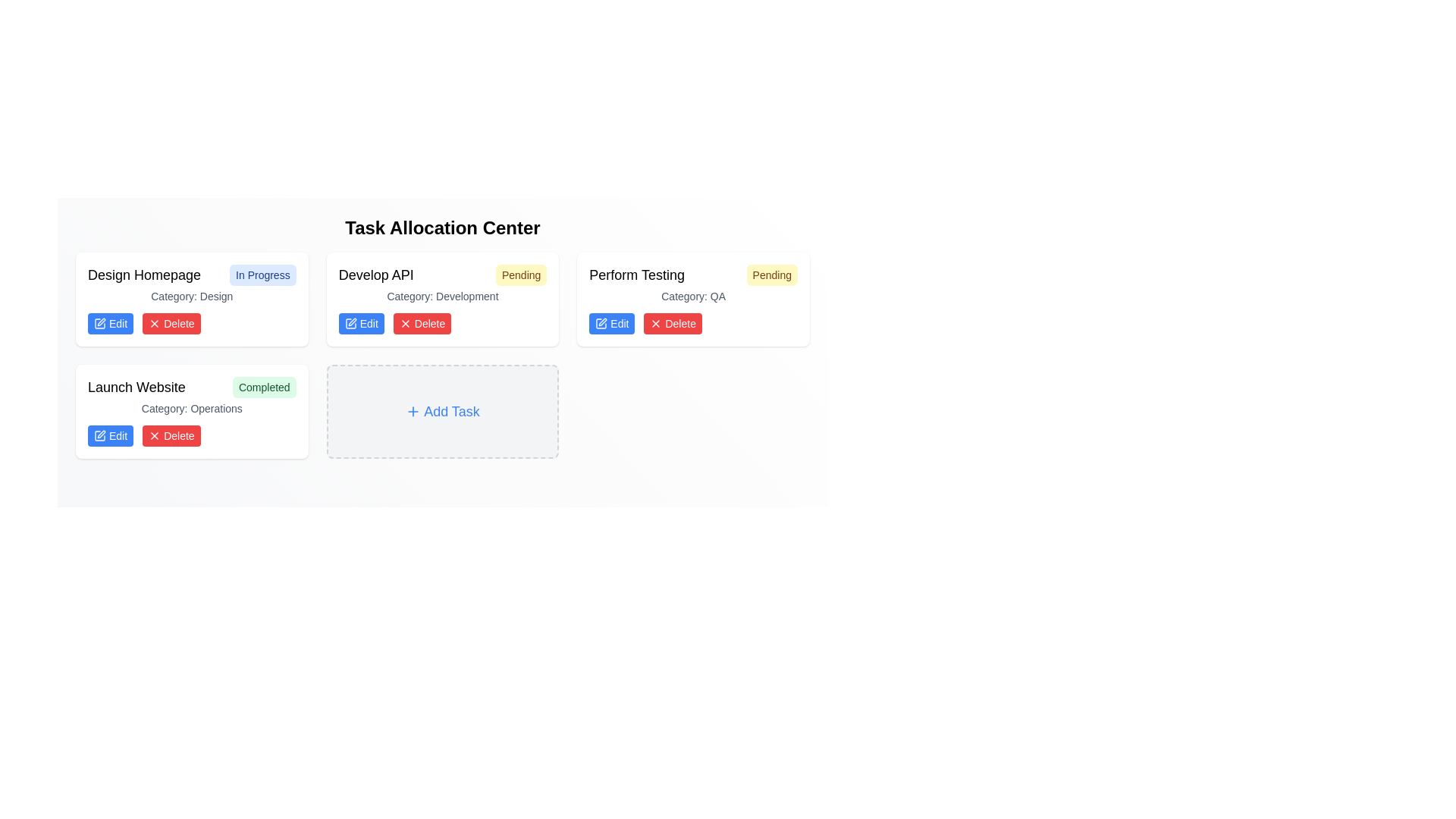  What do you see at coordinates (521, 275) in the screenshot?
I see `the 'Pending' status label located in the top-right corner of the 'Develop API' task card` at bounding box center [521, 275].